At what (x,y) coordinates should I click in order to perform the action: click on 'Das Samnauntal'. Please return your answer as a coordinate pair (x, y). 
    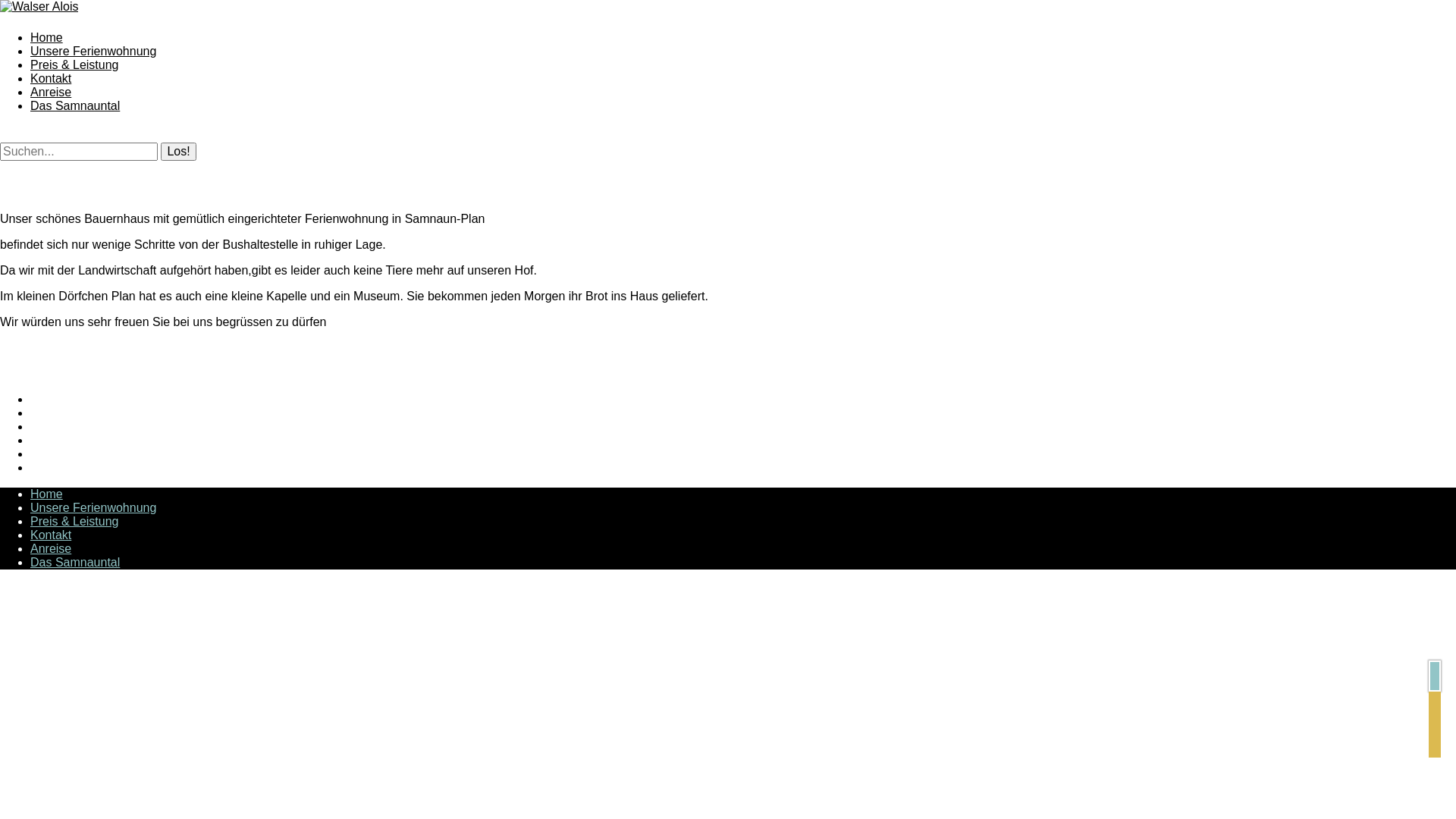
    Looking at the image, I should click on (74, 562).